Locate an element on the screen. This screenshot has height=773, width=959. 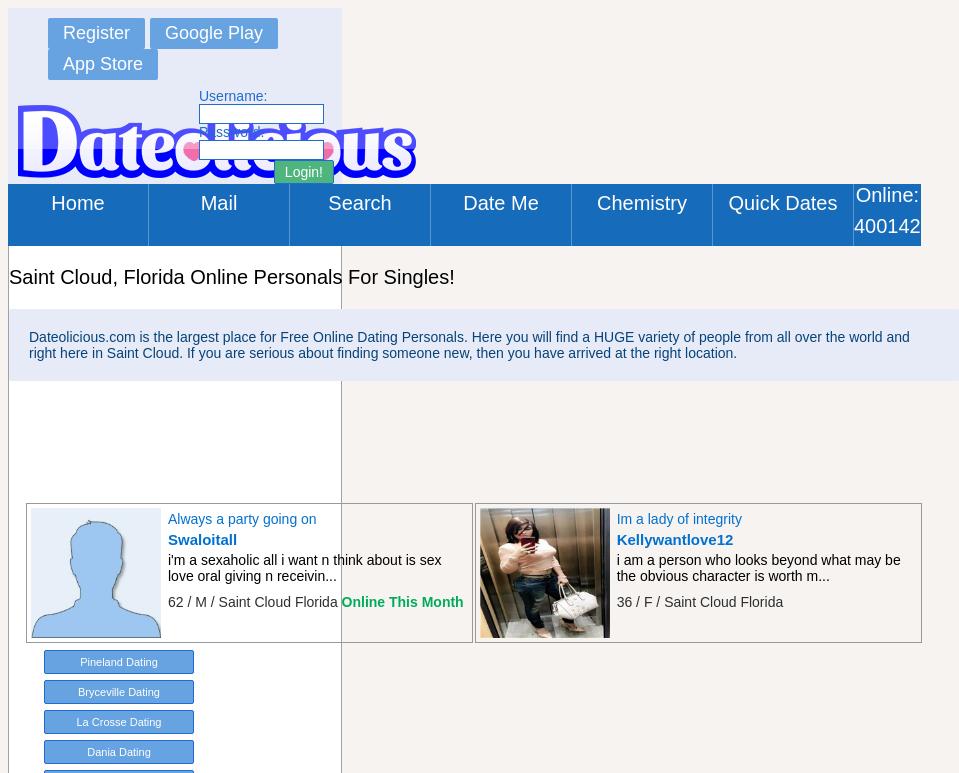
'Im a lady of integrity' is located at coordinates (614, 518).